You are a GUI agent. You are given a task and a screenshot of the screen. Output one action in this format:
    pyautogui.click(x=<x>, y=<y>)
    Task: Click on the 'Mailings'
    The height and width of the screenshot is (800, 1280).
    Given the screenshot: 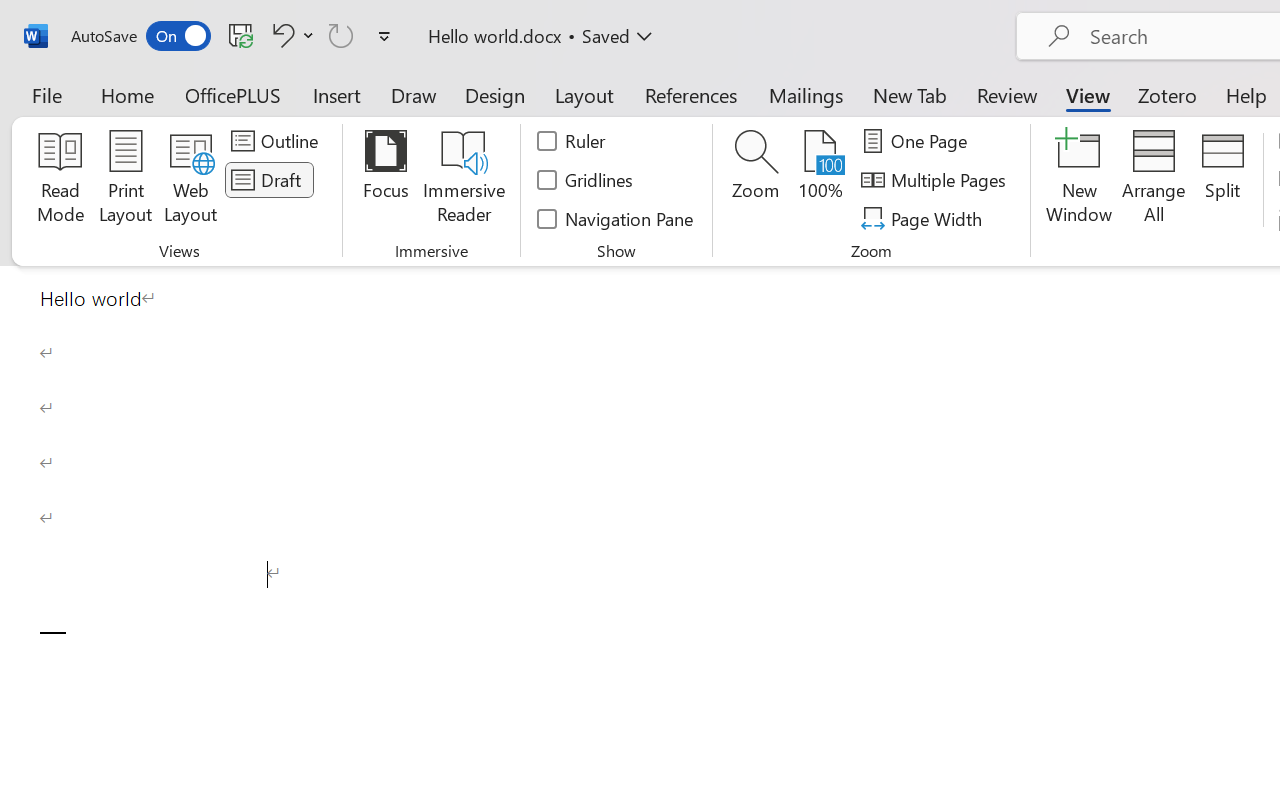 What is the action you would take?
    pyautogui.click(x=806, y=94)
    